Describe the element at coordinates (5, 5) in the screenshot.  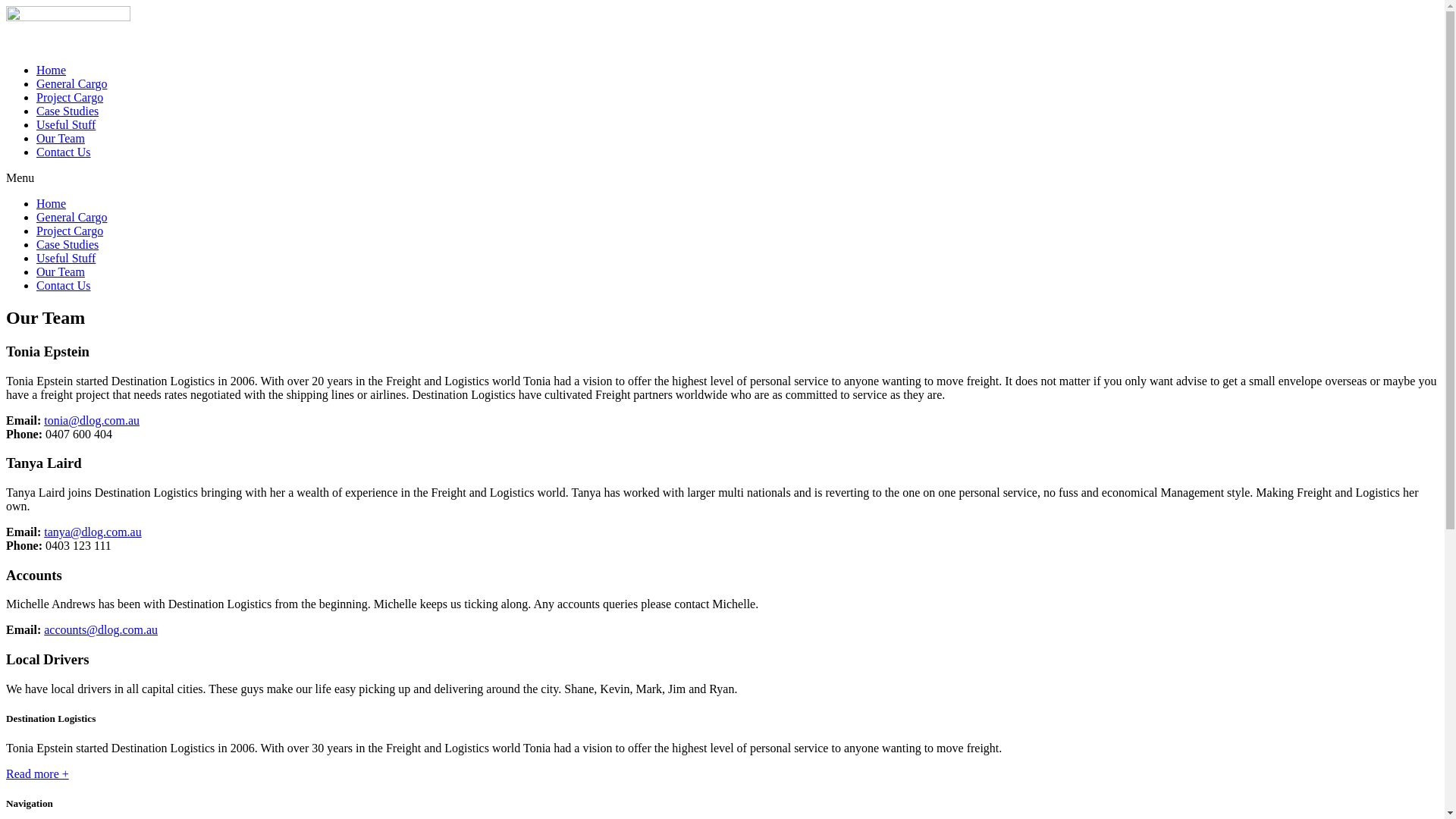
I see `'Skip to content'` at that location.